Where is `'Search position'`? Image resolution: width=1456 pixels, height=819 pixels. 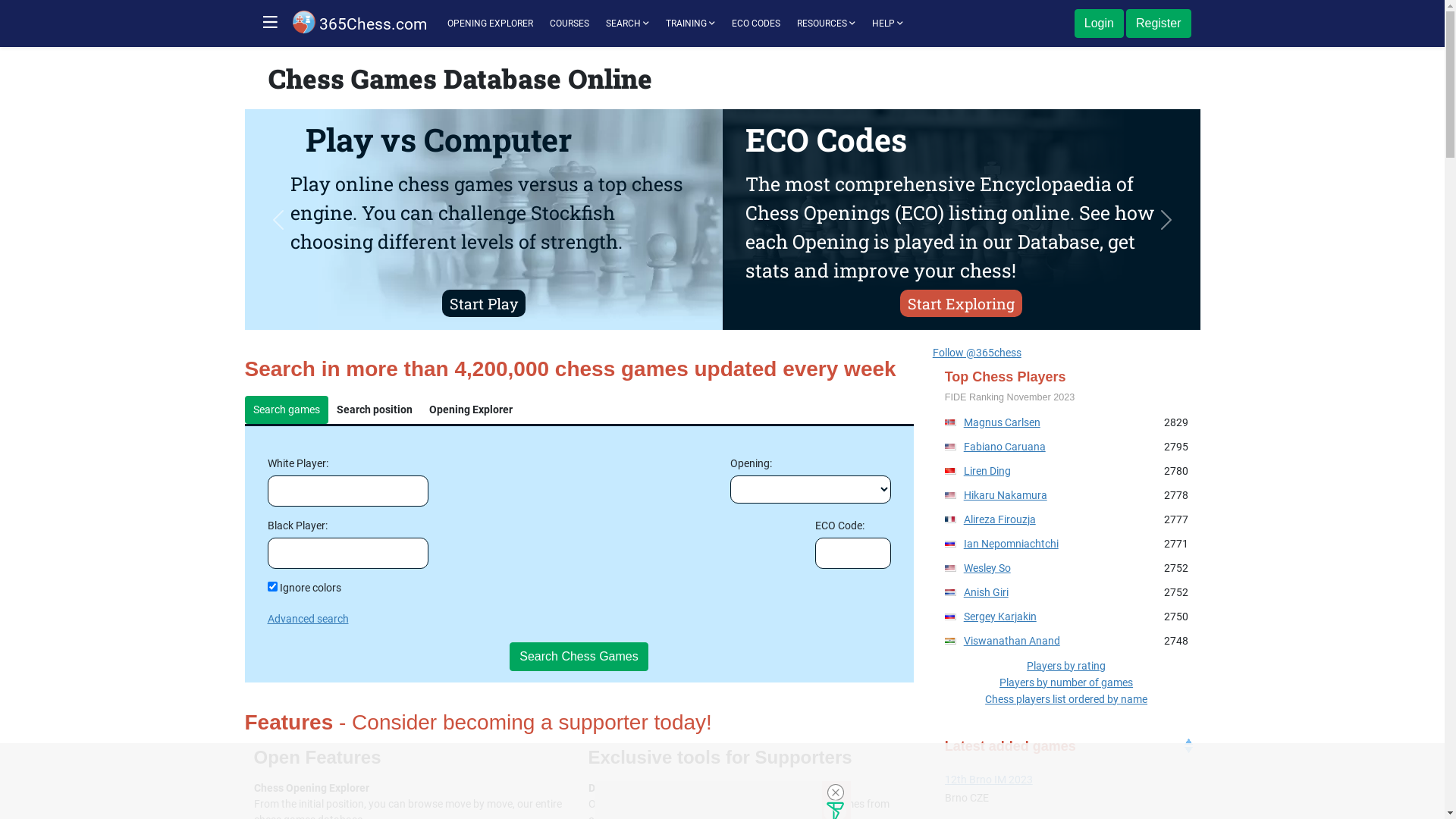
'Search position' is located at coordinates (375, 409).